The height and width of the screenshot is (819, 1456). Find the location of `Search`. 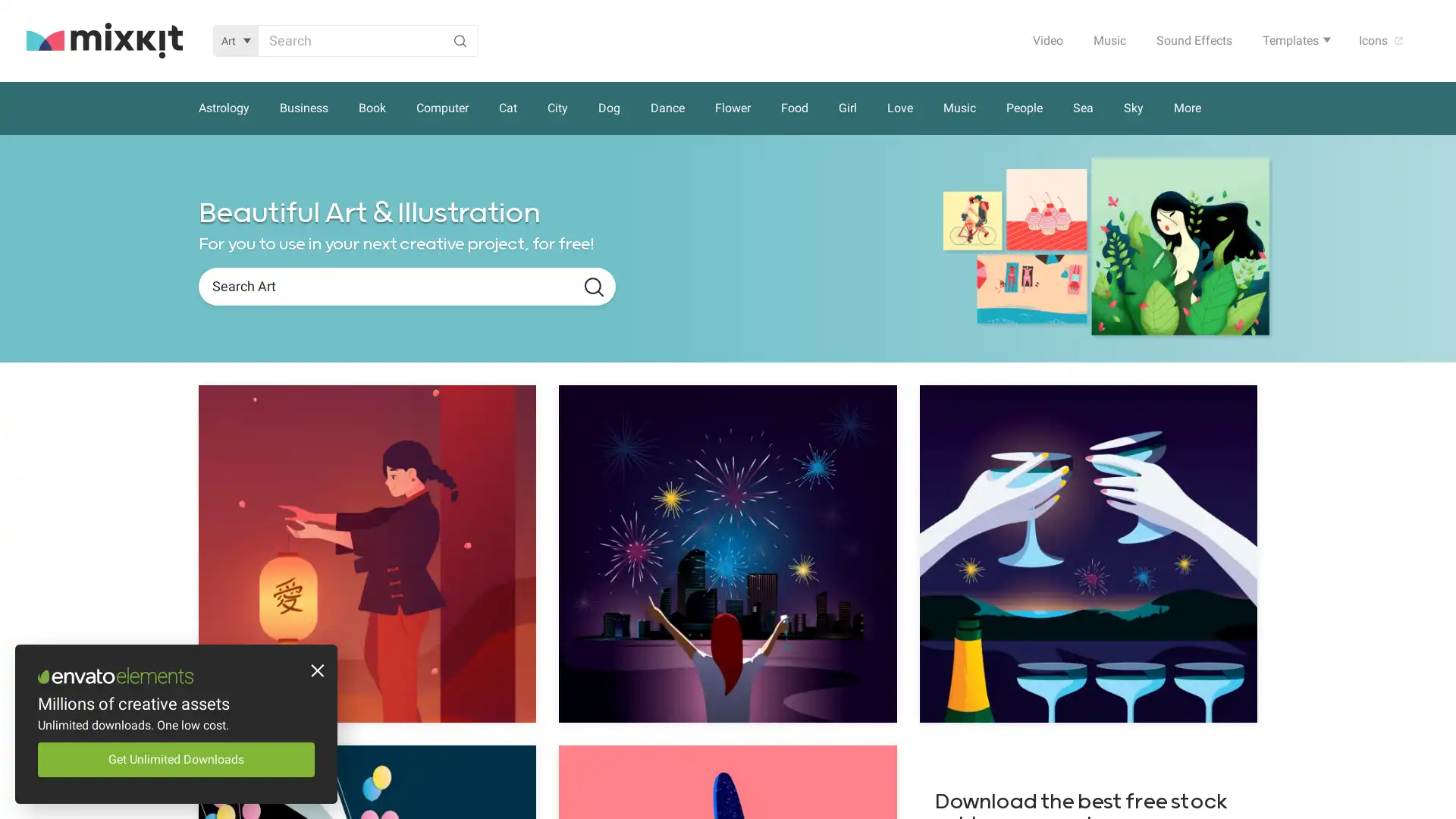

Search is located at coordinates (593, 287).